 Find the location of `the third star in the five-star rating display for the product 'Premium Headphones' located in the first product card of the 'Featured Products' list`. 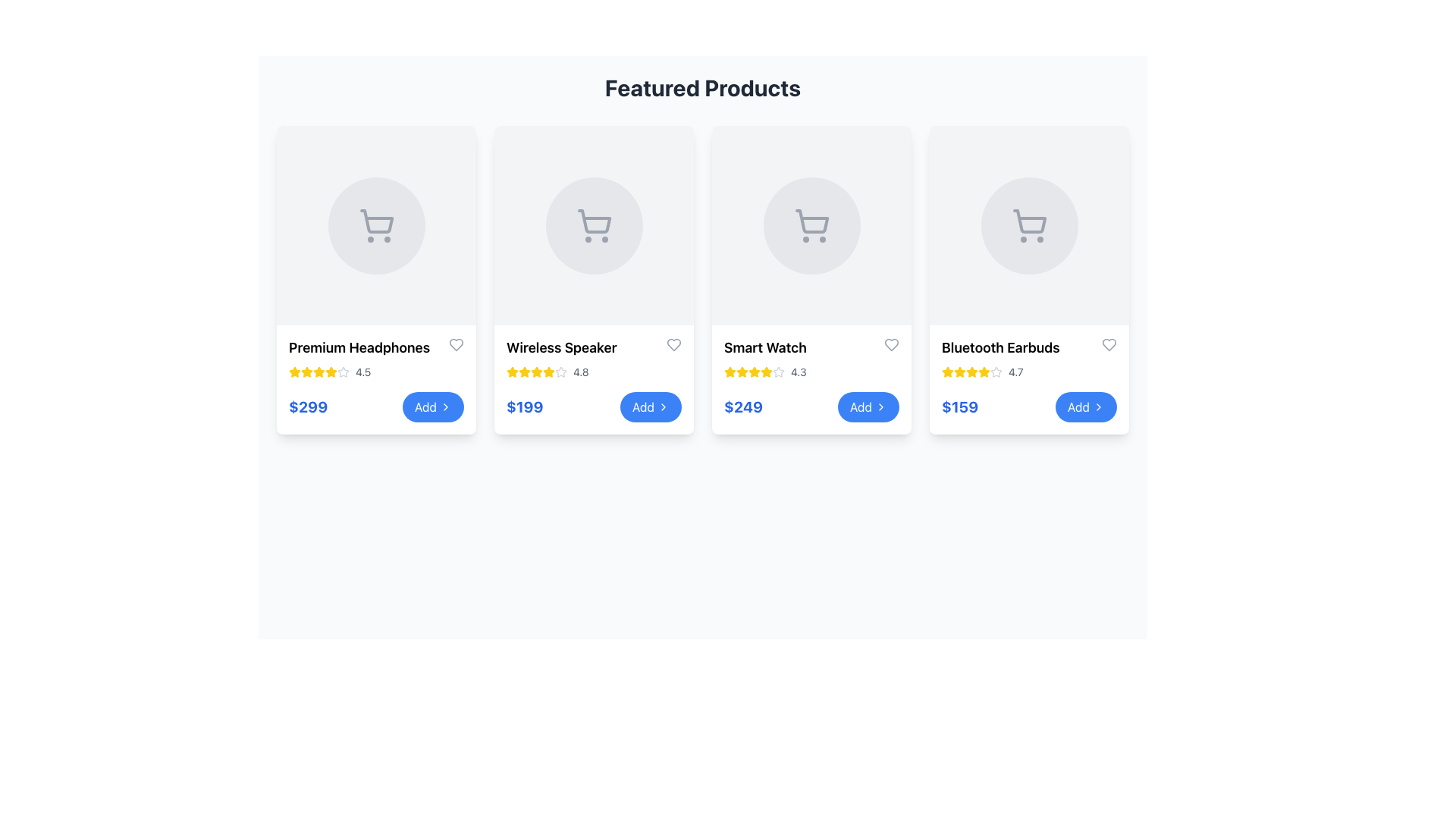

the third star in the five-star rating display for the product 'Premium Headphones' located in the first product card of the 'Featured Products' list is located at coordinates (318, 372).